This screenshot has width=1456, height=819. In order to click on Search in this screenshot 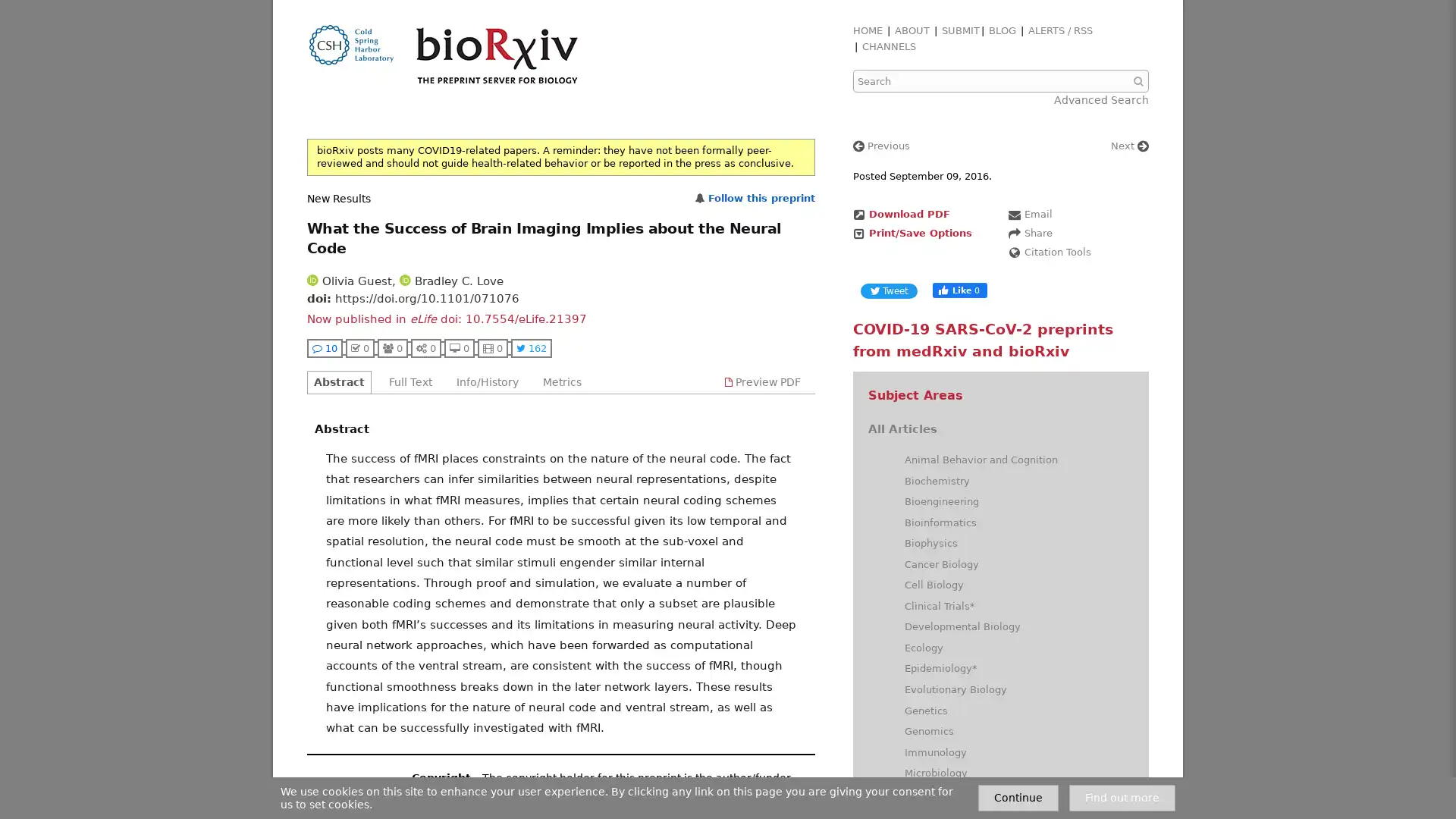, I will do `click(1140, 81)`.